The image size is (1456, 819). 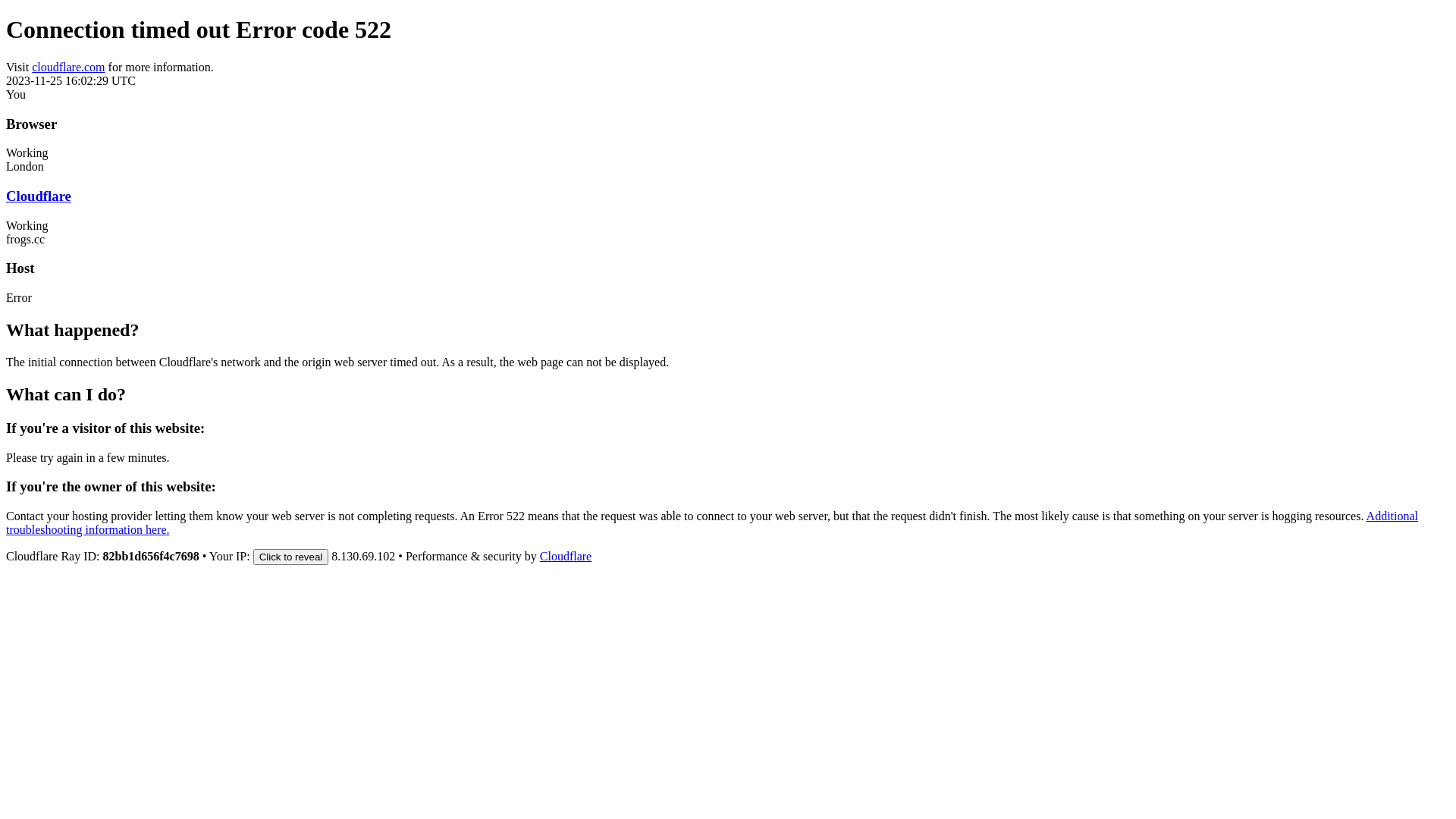 I want to click on 'cloudflare.com', so click(x=67, y=66).